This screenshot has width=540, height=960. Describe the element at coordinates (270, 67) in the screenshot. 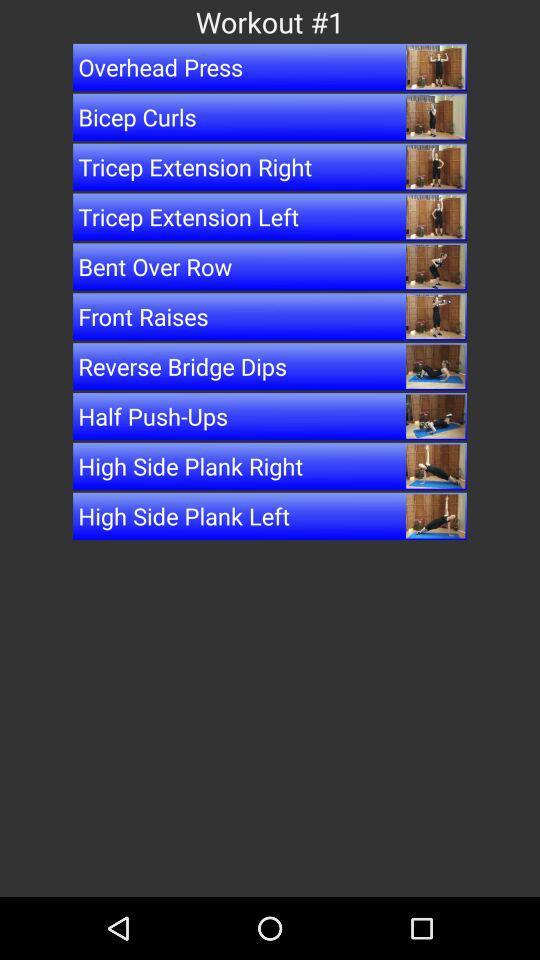

I see `the item above the bicep curls icon` at that location.